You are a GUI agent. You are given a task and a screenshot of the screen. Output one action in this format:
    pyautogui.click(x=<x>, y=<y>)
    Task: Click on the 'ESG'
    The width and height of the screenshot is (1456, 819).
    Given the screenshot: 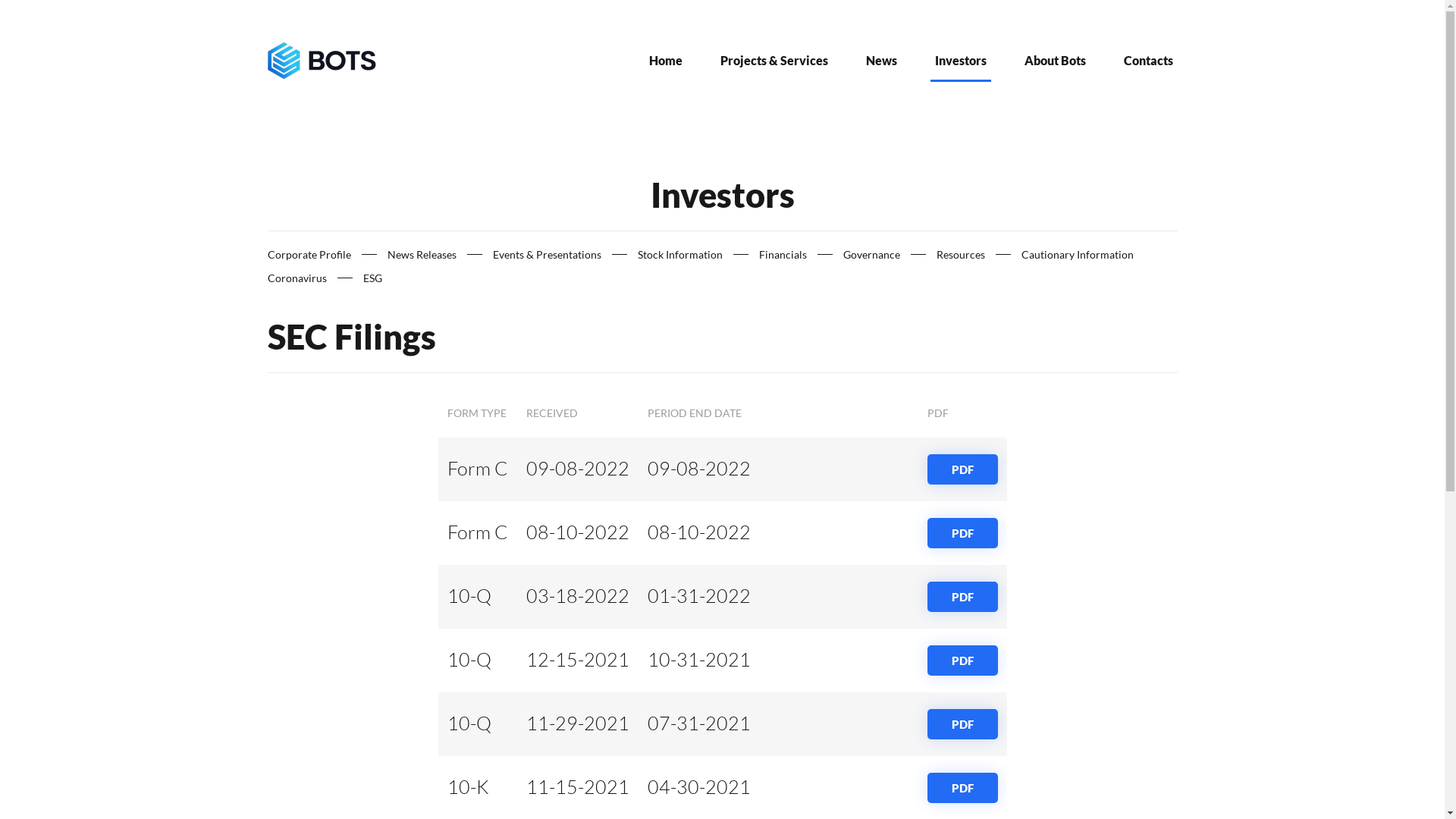 What is the action you would take?
    pyautogui.click(x=372, y=278)
    